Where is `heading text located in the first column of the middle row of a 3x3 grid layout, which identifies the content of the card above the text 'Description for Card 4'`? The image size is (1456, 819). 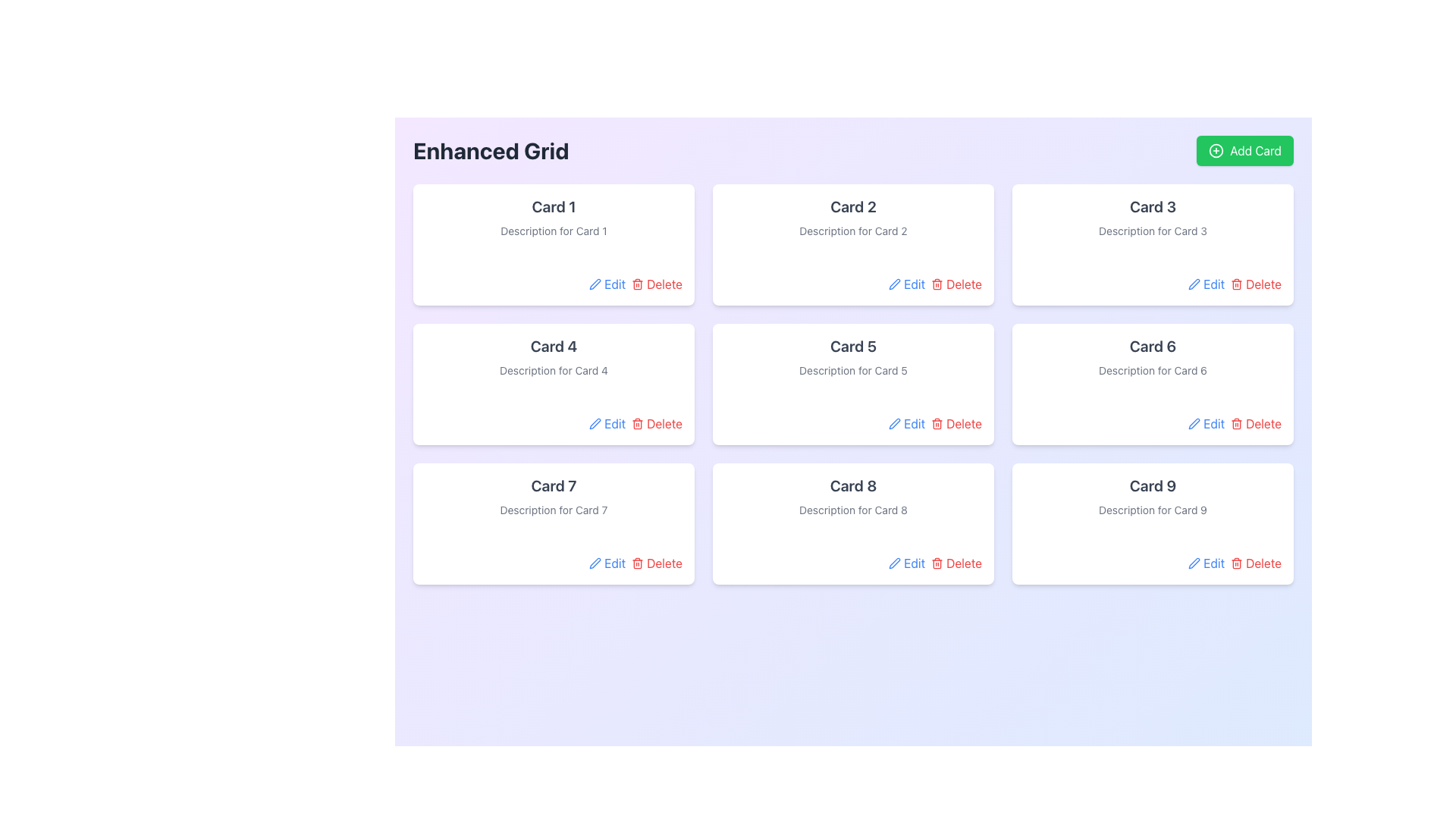 heading text located in the first column of the middle row of a 3x3 grid layout, which identifies the content of the card above the text 'Description for Card 4' is located at coordinates (553, 346).